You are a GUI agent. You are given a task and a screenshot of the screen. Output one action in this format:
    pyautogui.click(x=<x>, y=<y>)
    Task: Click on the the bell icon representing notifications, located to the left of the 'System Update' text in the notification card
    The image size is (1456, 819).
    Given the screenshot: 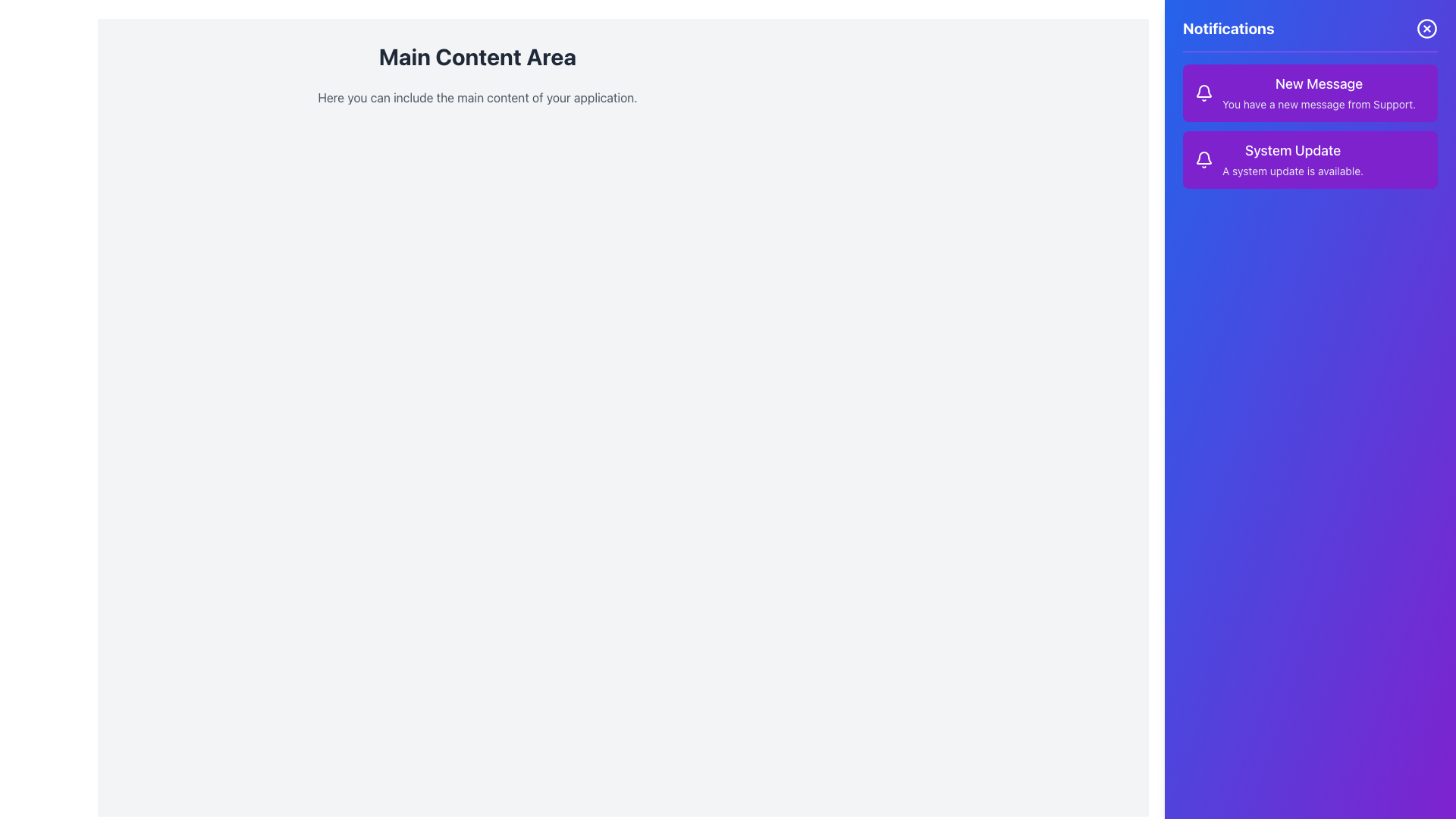 What is the action you would take?
    pyautogui.click(x=1203, y=160)
    